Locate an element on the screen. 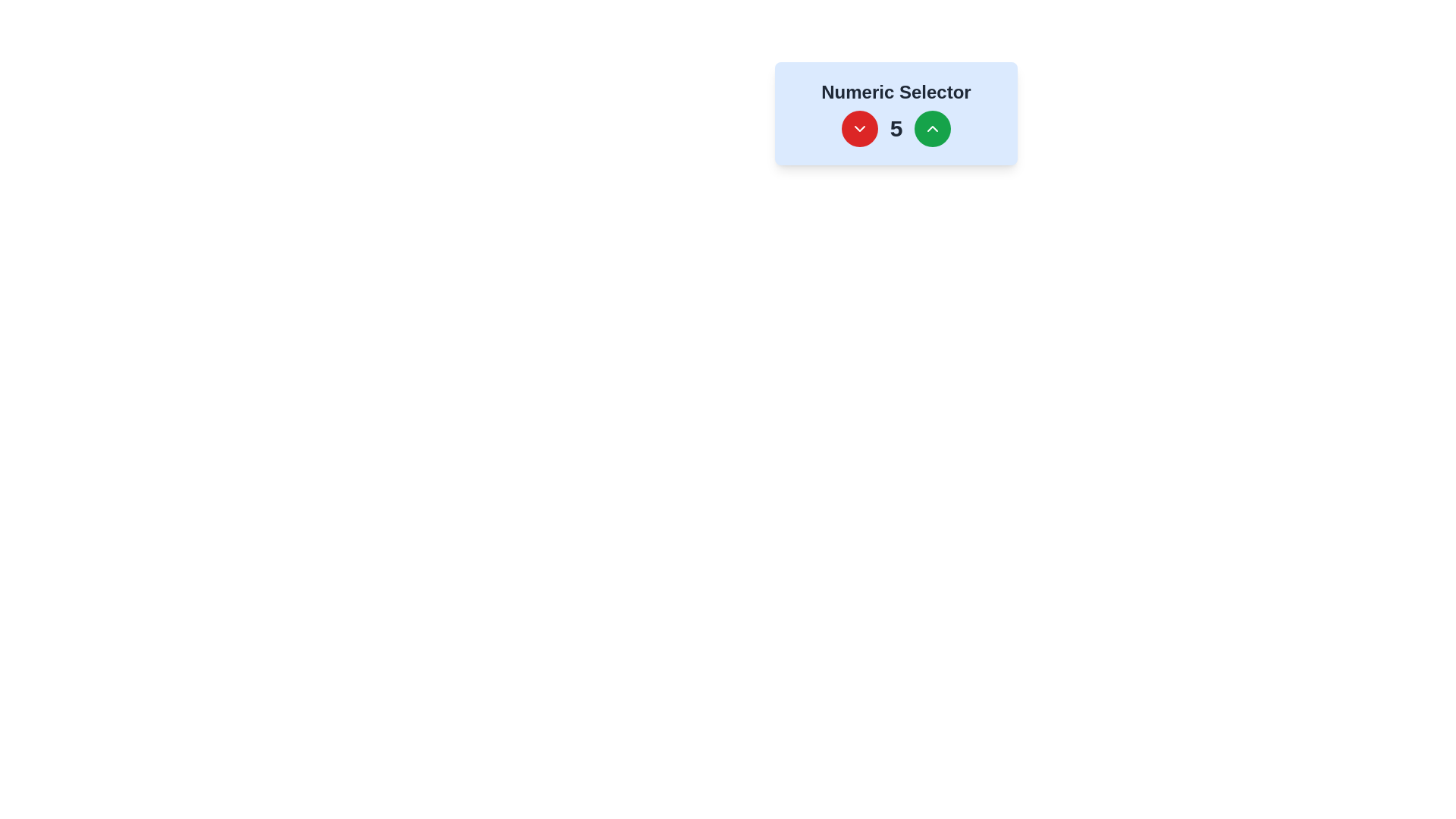  the Text label that serves as the title for the numeric selector interface, located at the top of a light blue, rounded, and shadowed box is located at coordinates (896, 93).